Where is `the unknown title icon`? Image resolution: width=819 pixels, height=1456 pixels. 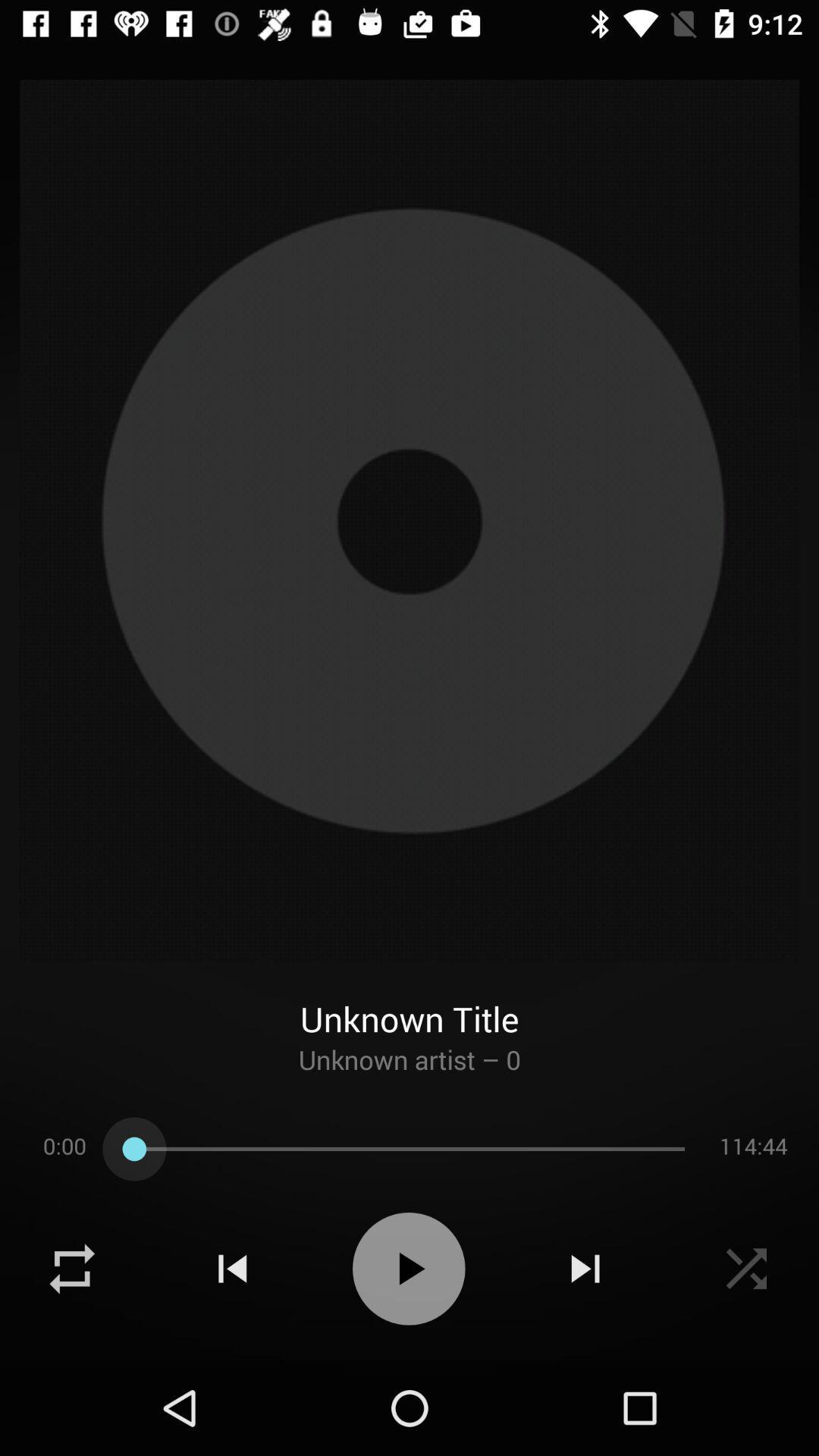
the unknown title icon is located at coordinates (409, 1002).